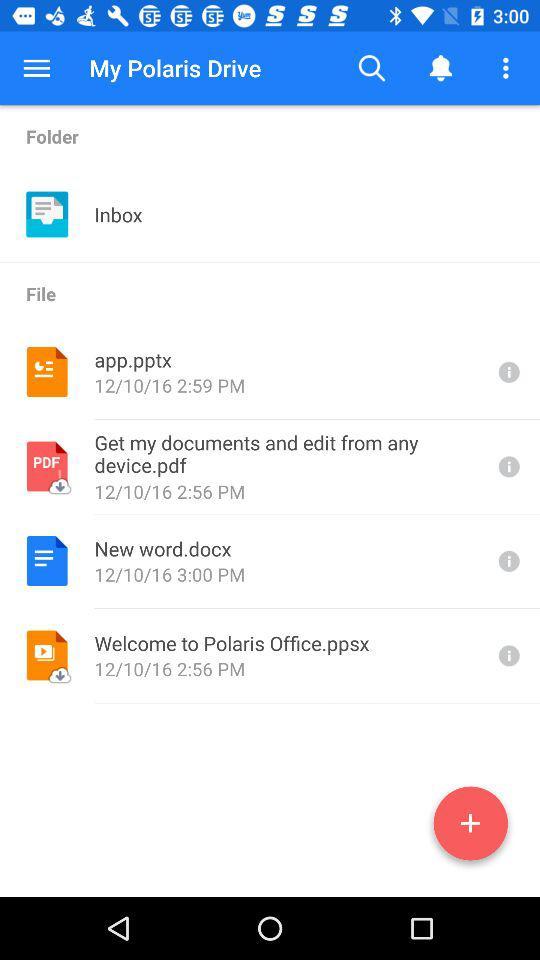 The image size is (540, 960). What do you see at coordinates (507, 561) in the screenshot?
I see `open information` at bounding box center [507, 561].